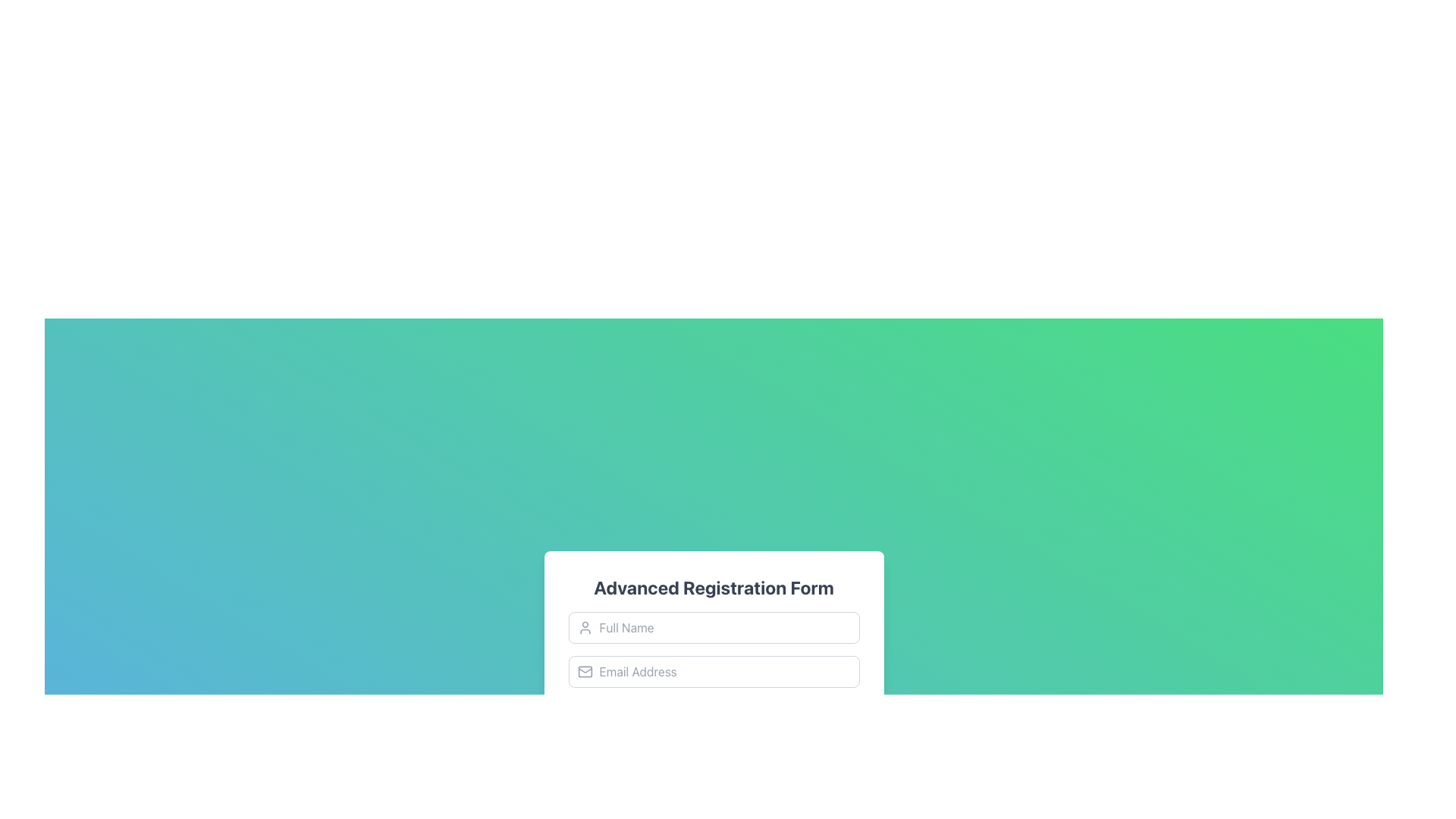  I want to click on the user silhouette icon located to the left of the 'Full Name' input field in the 'Advanced Registration Form' section, so click(584, 628).